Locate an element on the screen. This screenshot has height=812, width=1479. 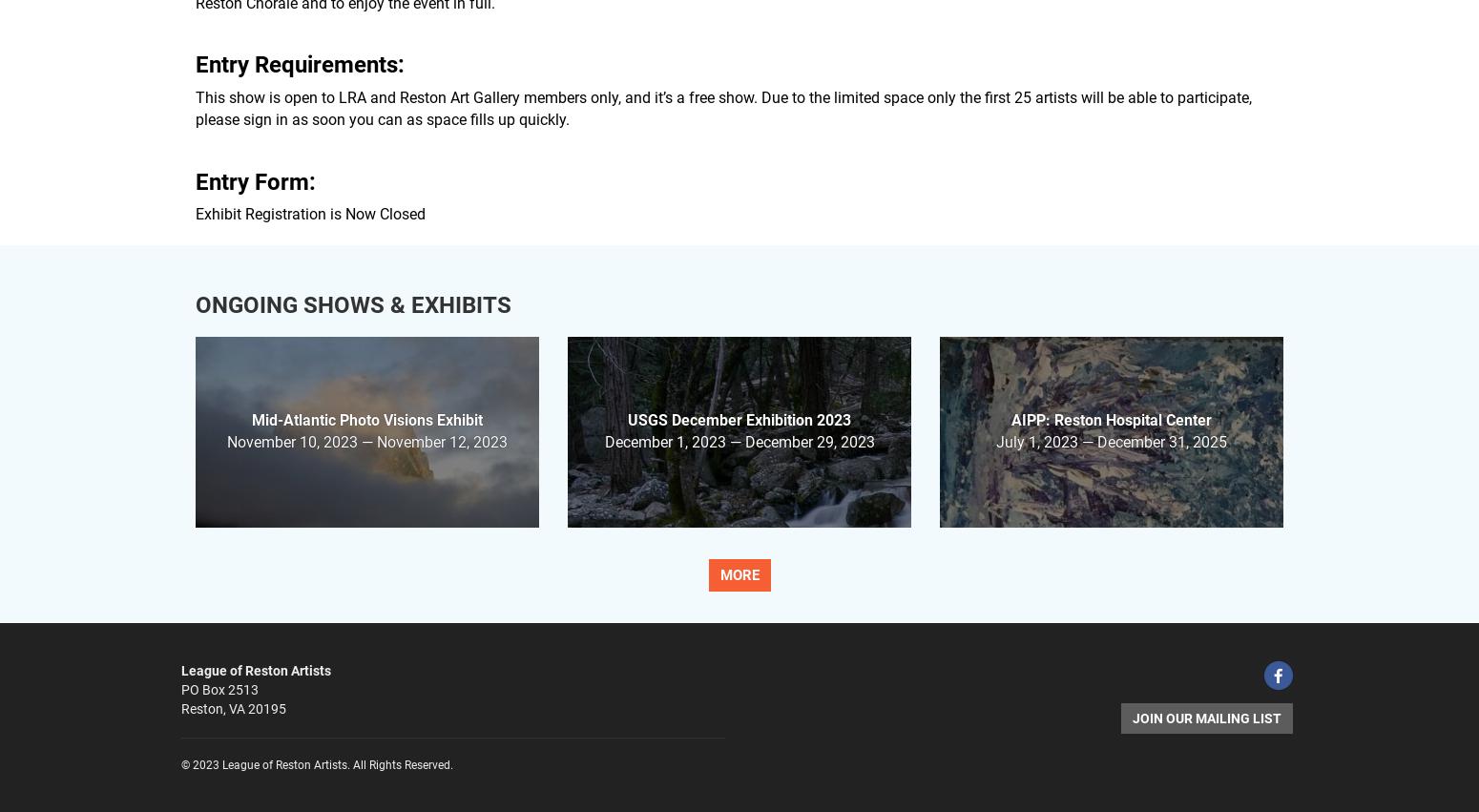
'Entry Form:' is located at coordinates (255, 180).